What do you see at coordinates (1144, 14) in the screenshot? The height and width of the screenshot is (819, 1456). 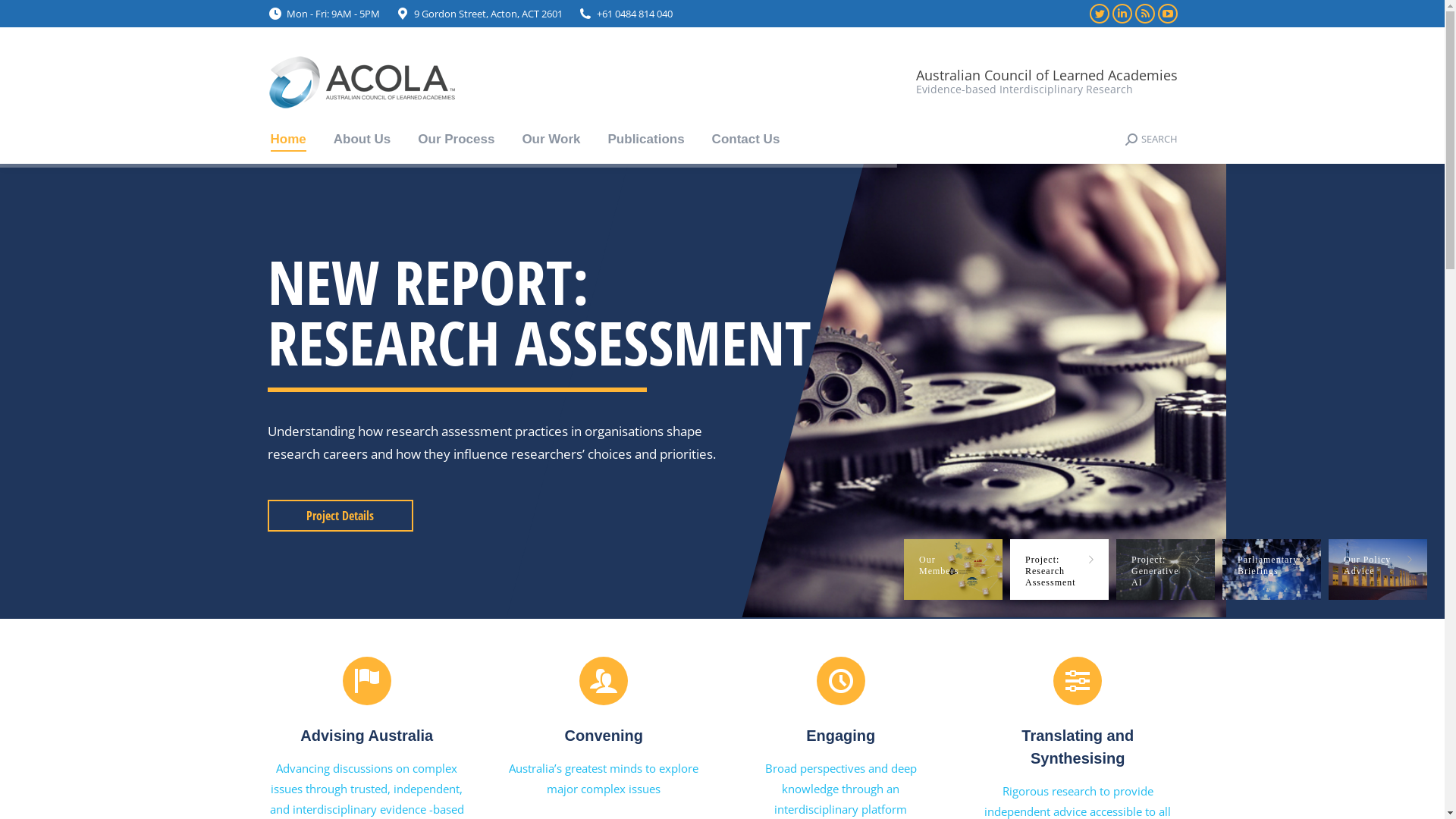 I see `'Rss page opens in new window'` at bounding box center [1144, 14].